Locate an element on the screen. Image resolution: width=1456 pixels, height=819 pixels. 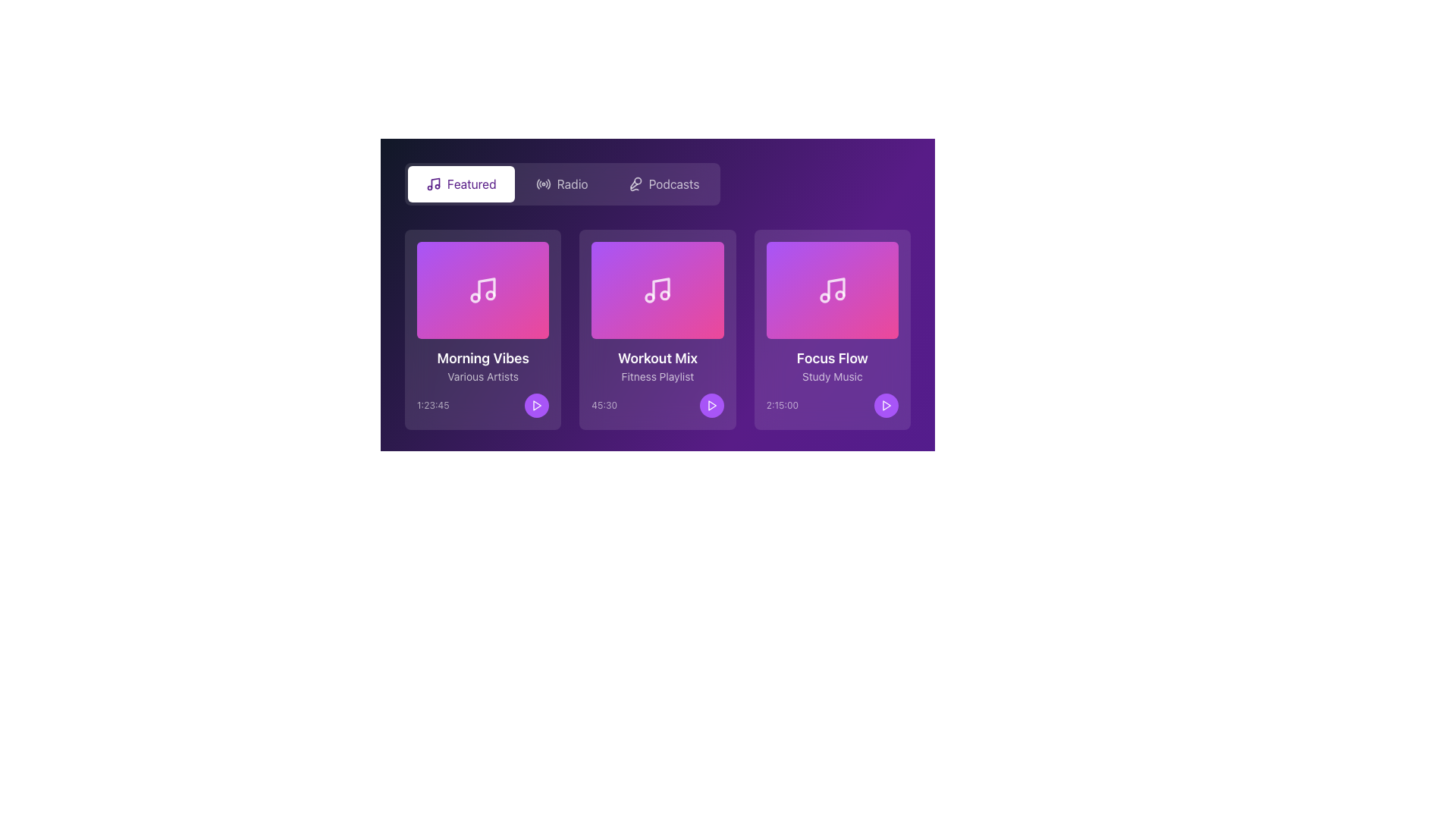
the circular purple button with a white play icon located at the bottom-right corner of the 'Focus Flow' playlist card is located at coordinates (886, 405).